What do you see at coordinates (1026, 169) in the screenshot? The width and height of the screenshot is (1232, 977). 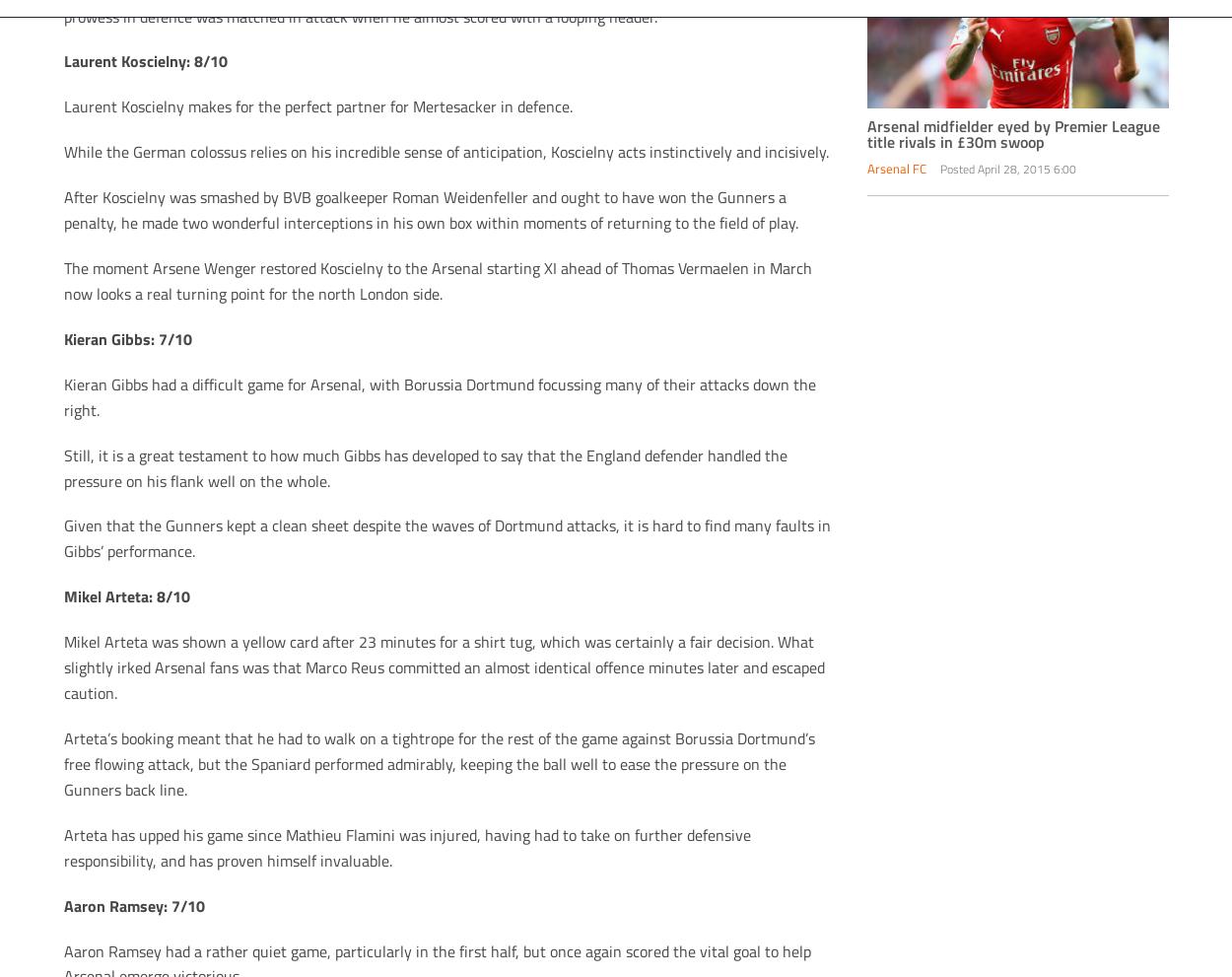 I see `'April 28, 2015 6:00'` at bounding box center [1026, 169].